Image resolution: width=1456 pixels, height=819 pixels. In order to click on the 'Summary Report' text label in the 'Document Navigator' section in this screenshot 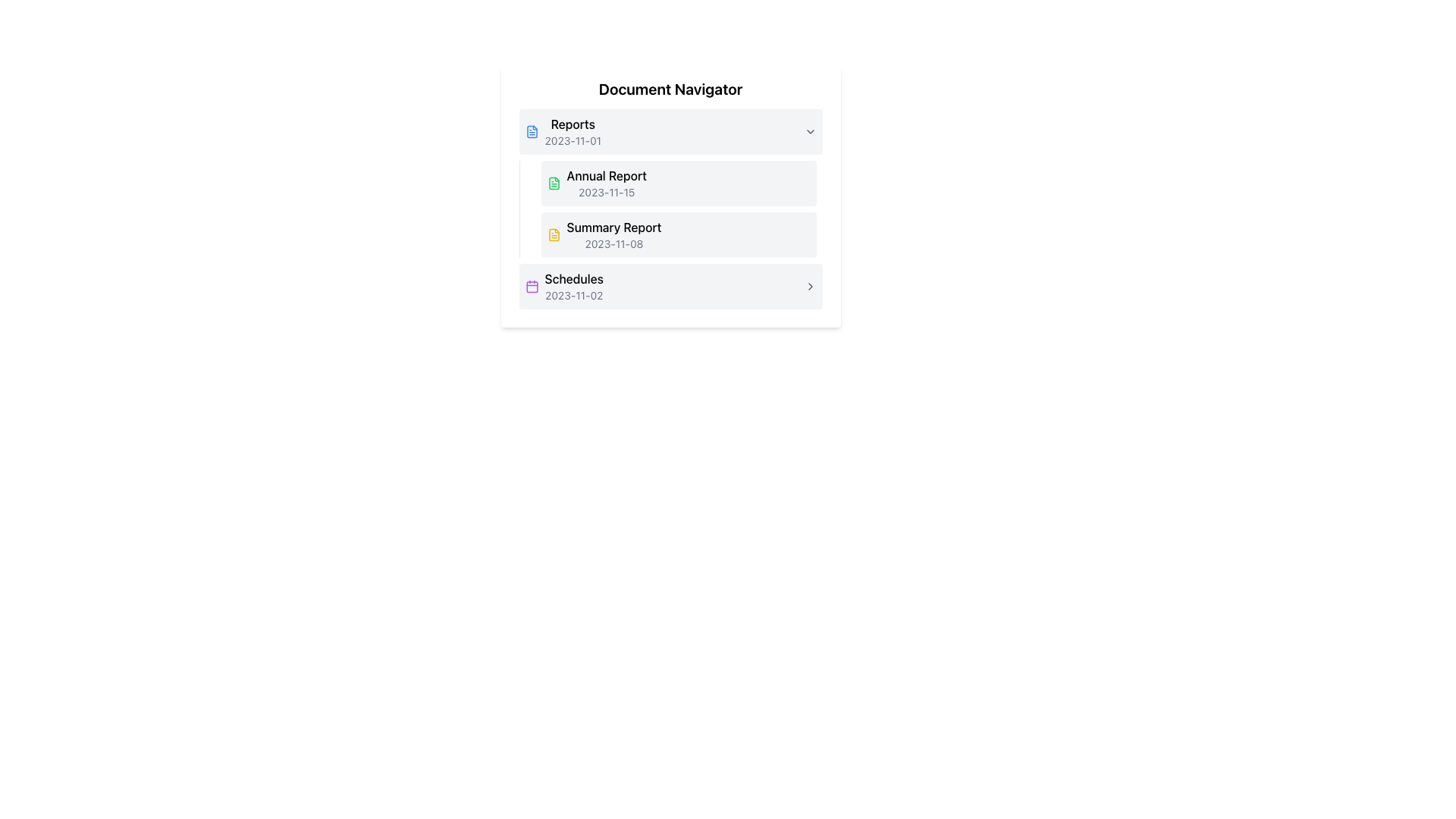, I will do `click(613, 227)`.